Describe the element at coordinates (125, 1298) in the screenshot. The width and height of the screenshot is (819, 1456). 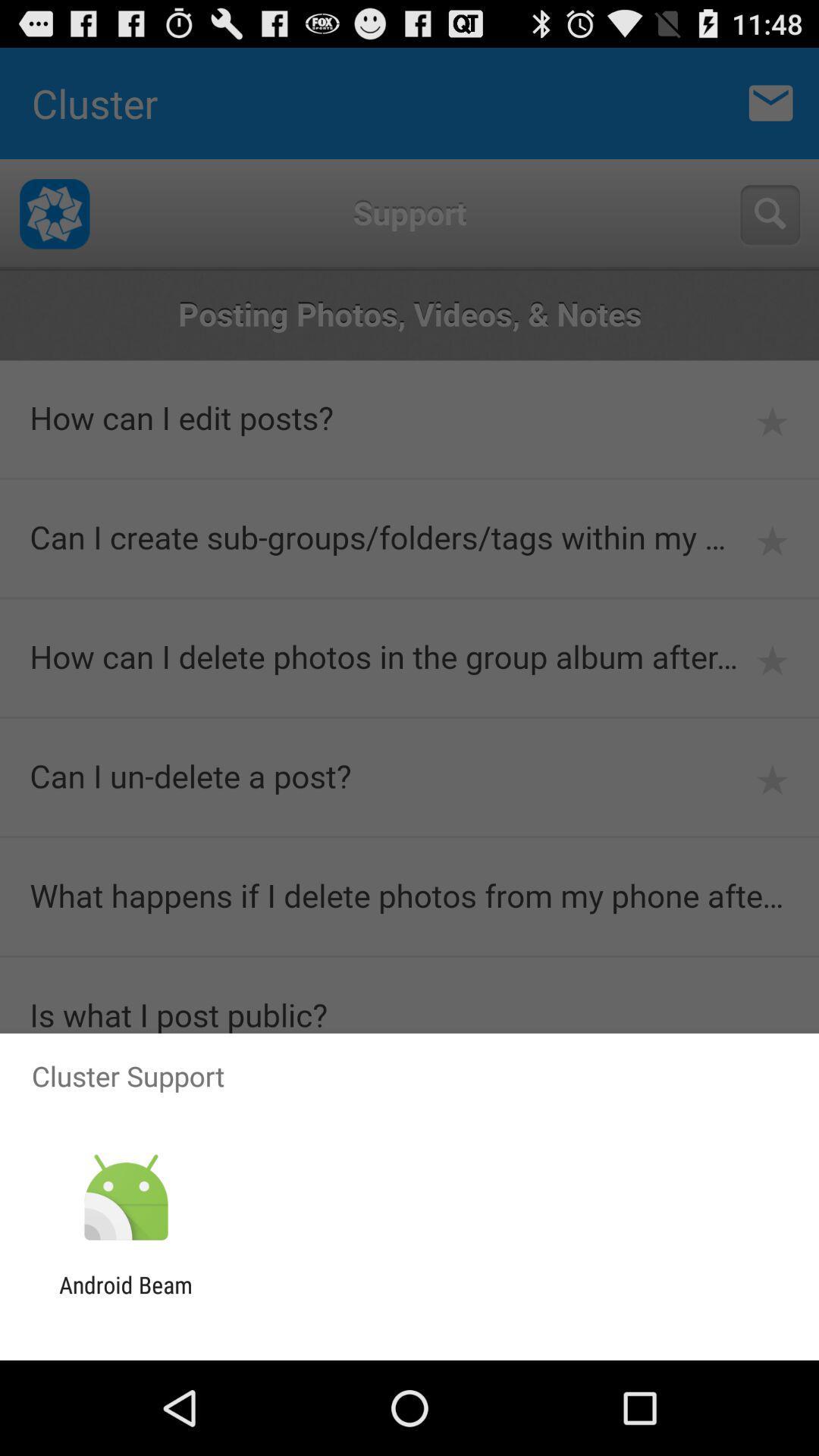
I see `the android beam` at that location.